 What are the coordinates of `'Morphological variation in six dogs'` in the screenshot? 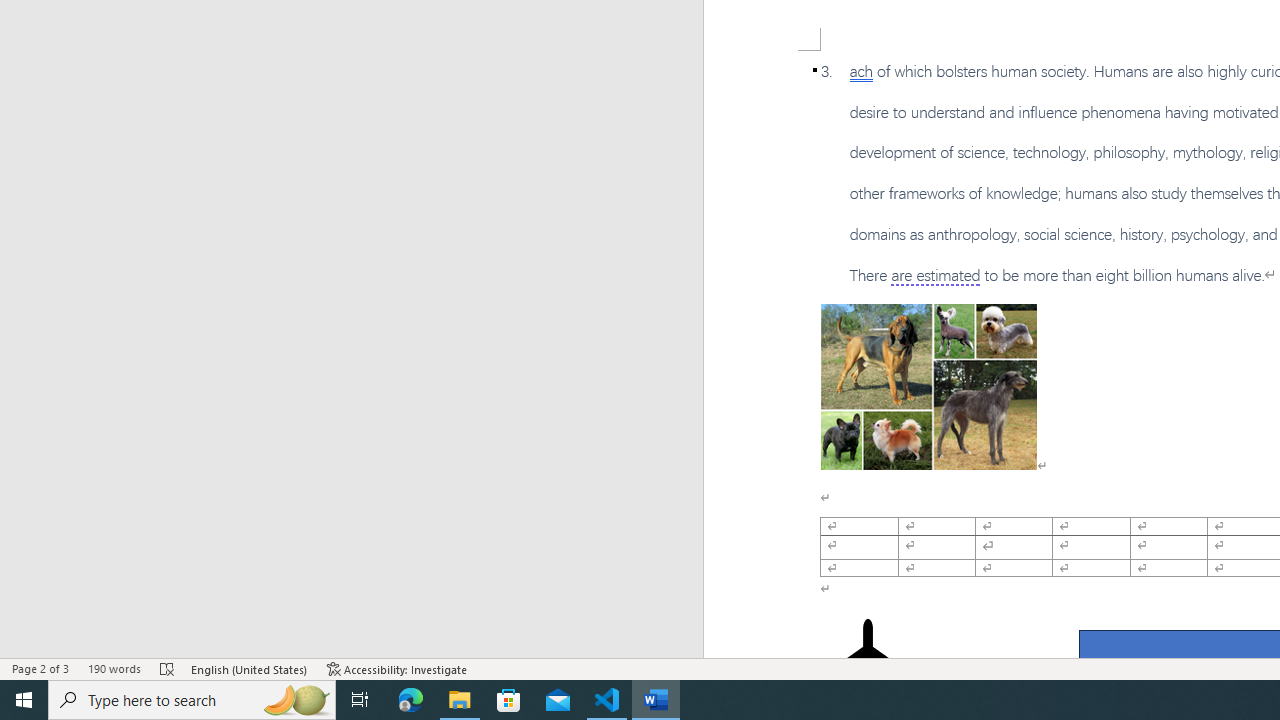 It's located at (927, 387).